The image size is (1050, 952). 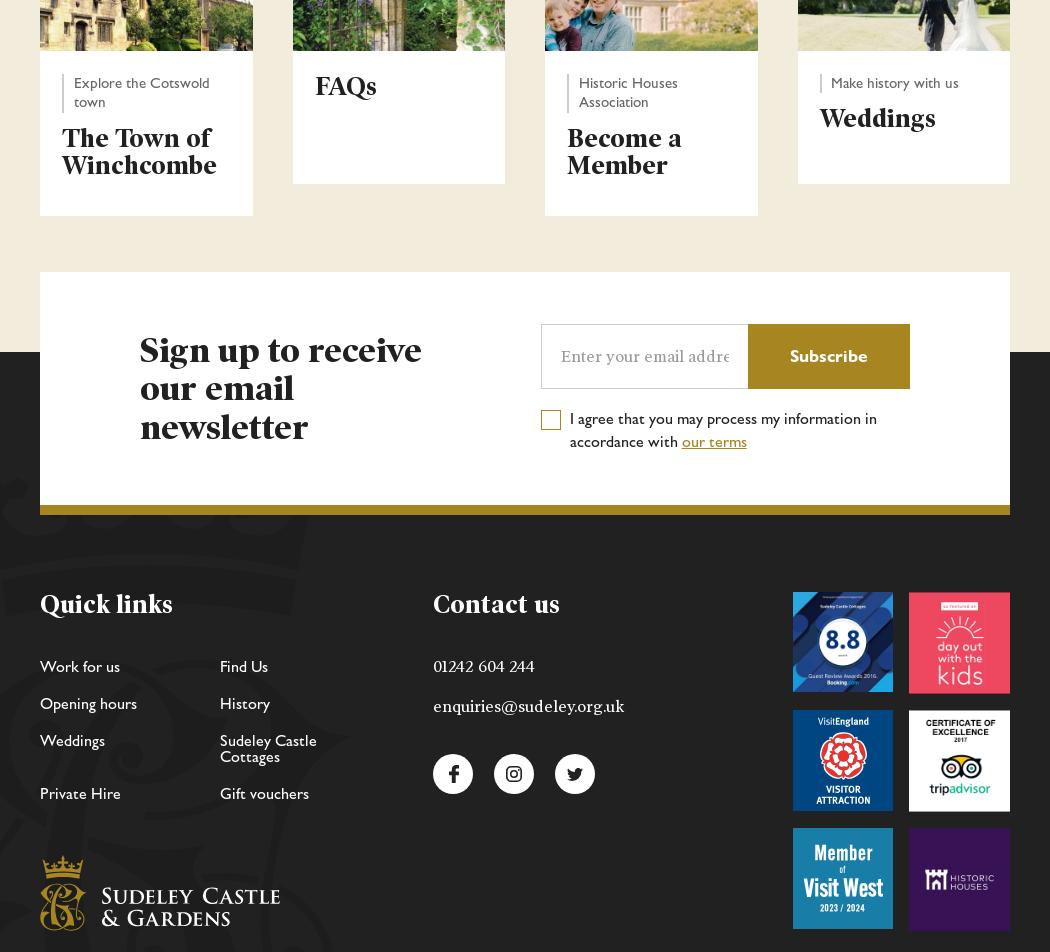 What do you see at coordinates (344, 85) in the screenshot?
I see `'FAQs'` at bounding box center [344, 85].